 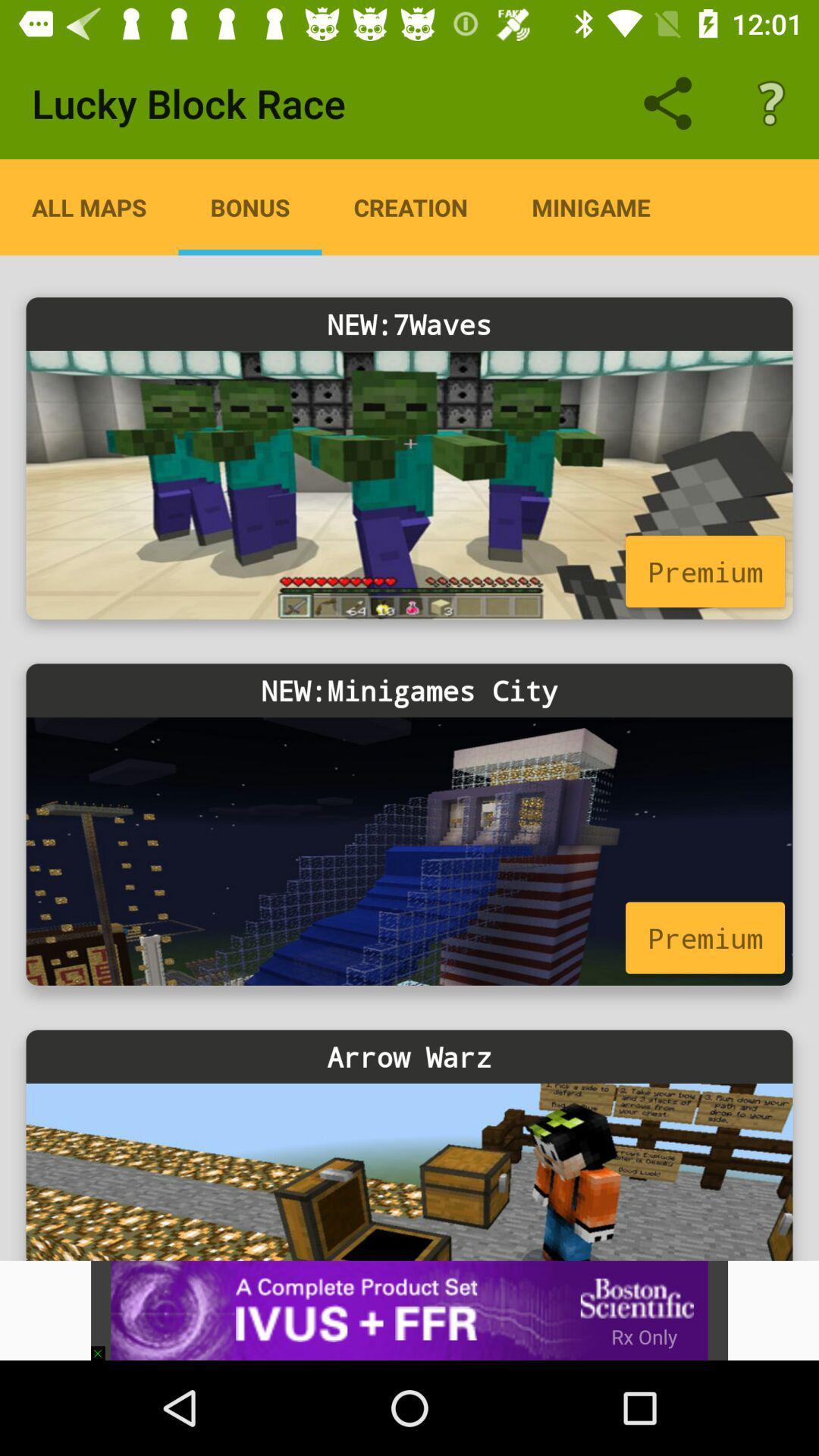 I want to click on minigames city, so click(x=409, y=851).